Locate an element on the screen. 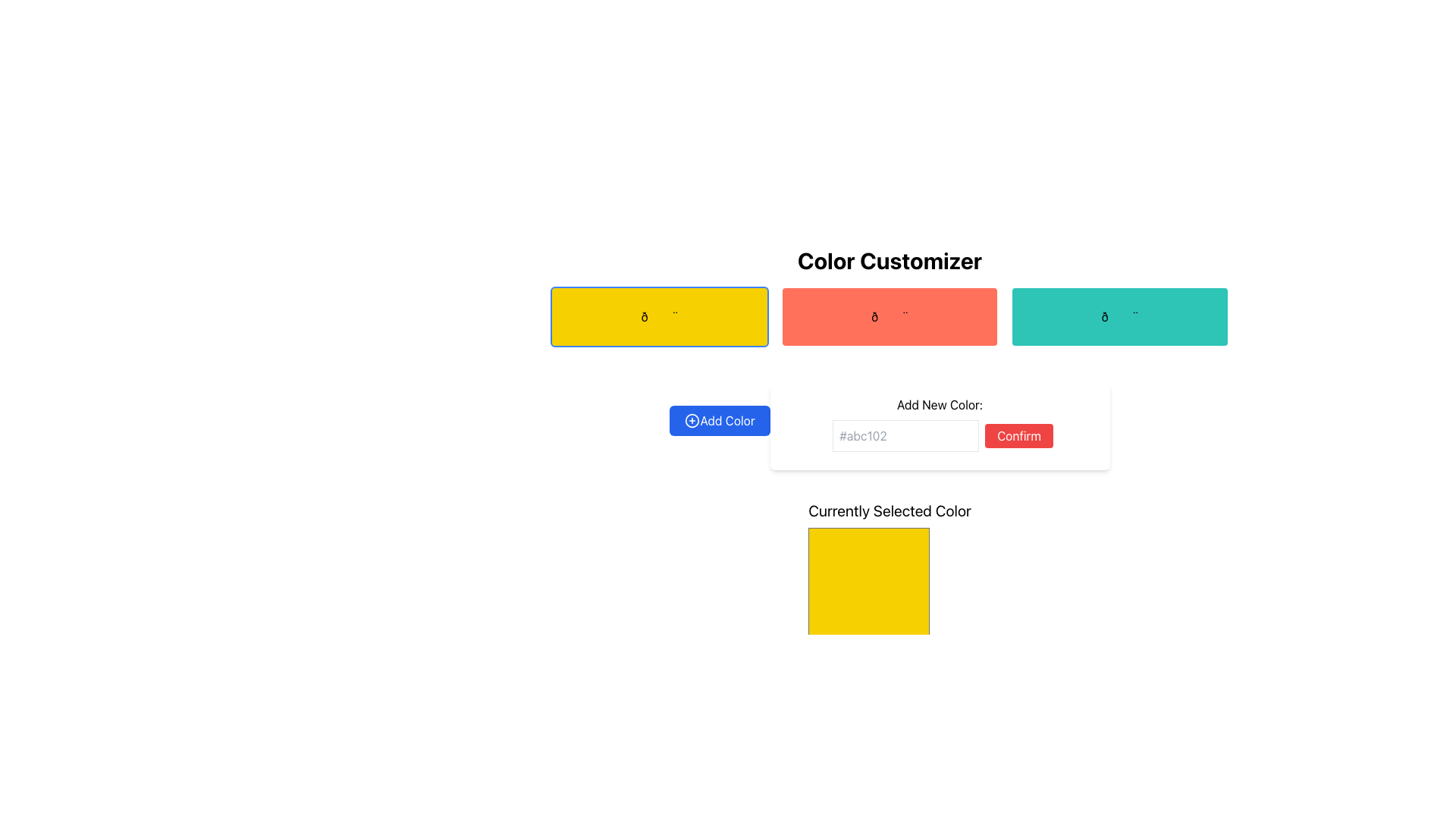 The width and height of the screenshot is (1456, 819). the 'Confirm' button, which is a red rectangular button with white text and rounded corners, to confirm the action is located at coordinates (1019, 435).